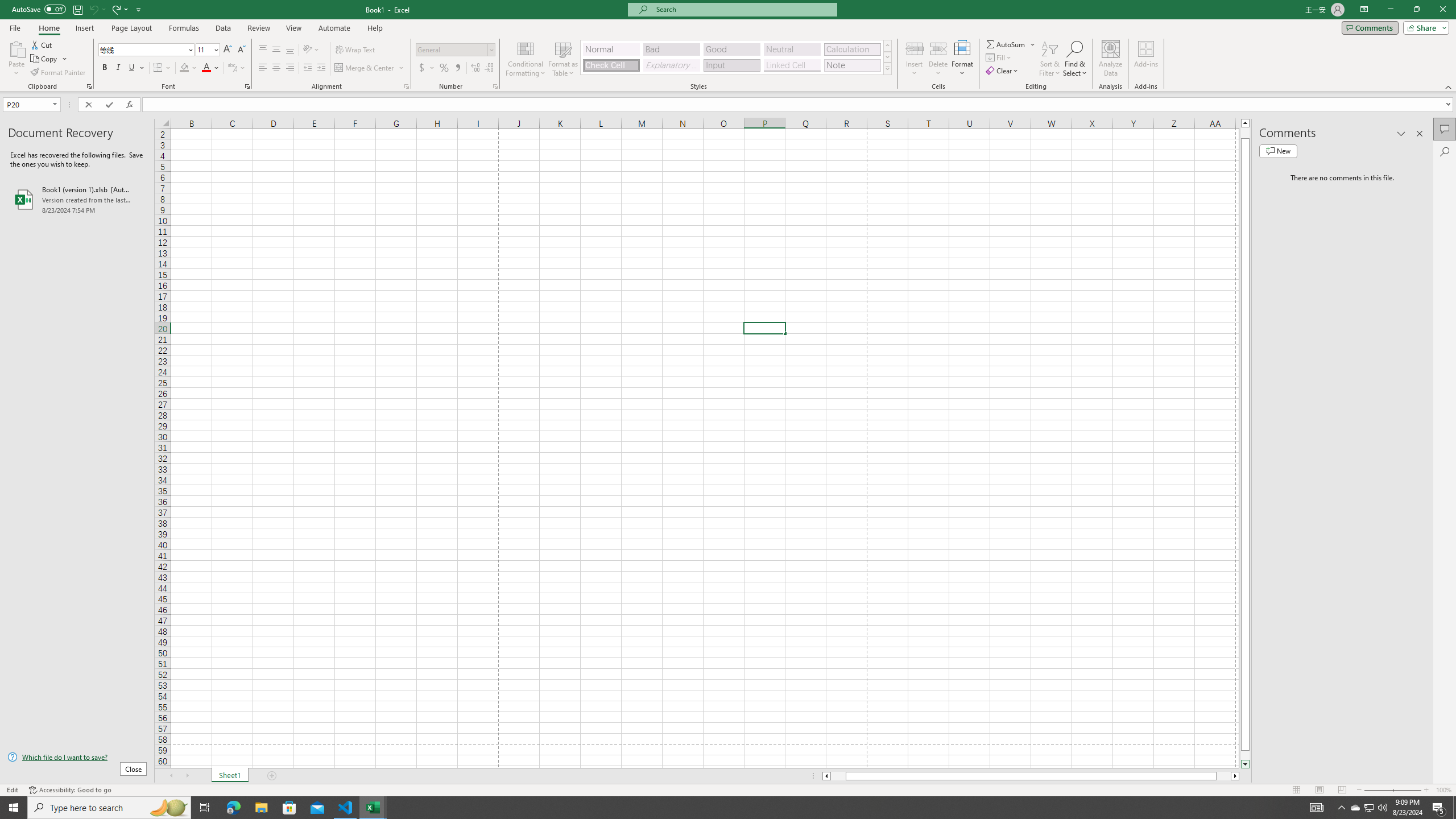 The image size is (1456, 819). Describe the element at coordinates (355, 49) in the screenshot. I see `'Wrap Text'` at that location.